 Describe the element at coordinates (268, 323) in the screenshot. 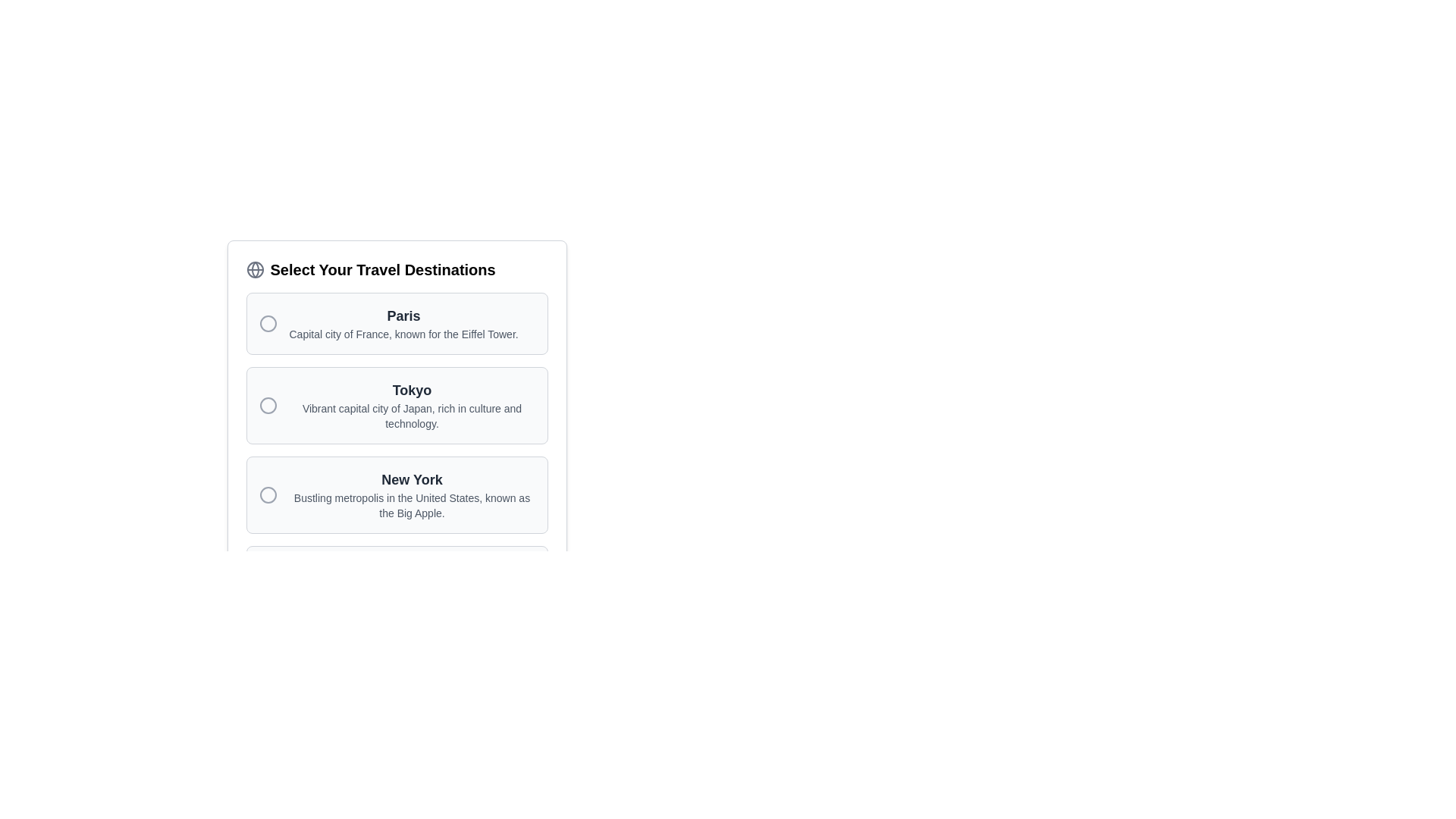

I see `the radio button next to the label 'Paris', which is a circular shape with a gray border and white fill, to trigger a tooltip or visual response` at that location.